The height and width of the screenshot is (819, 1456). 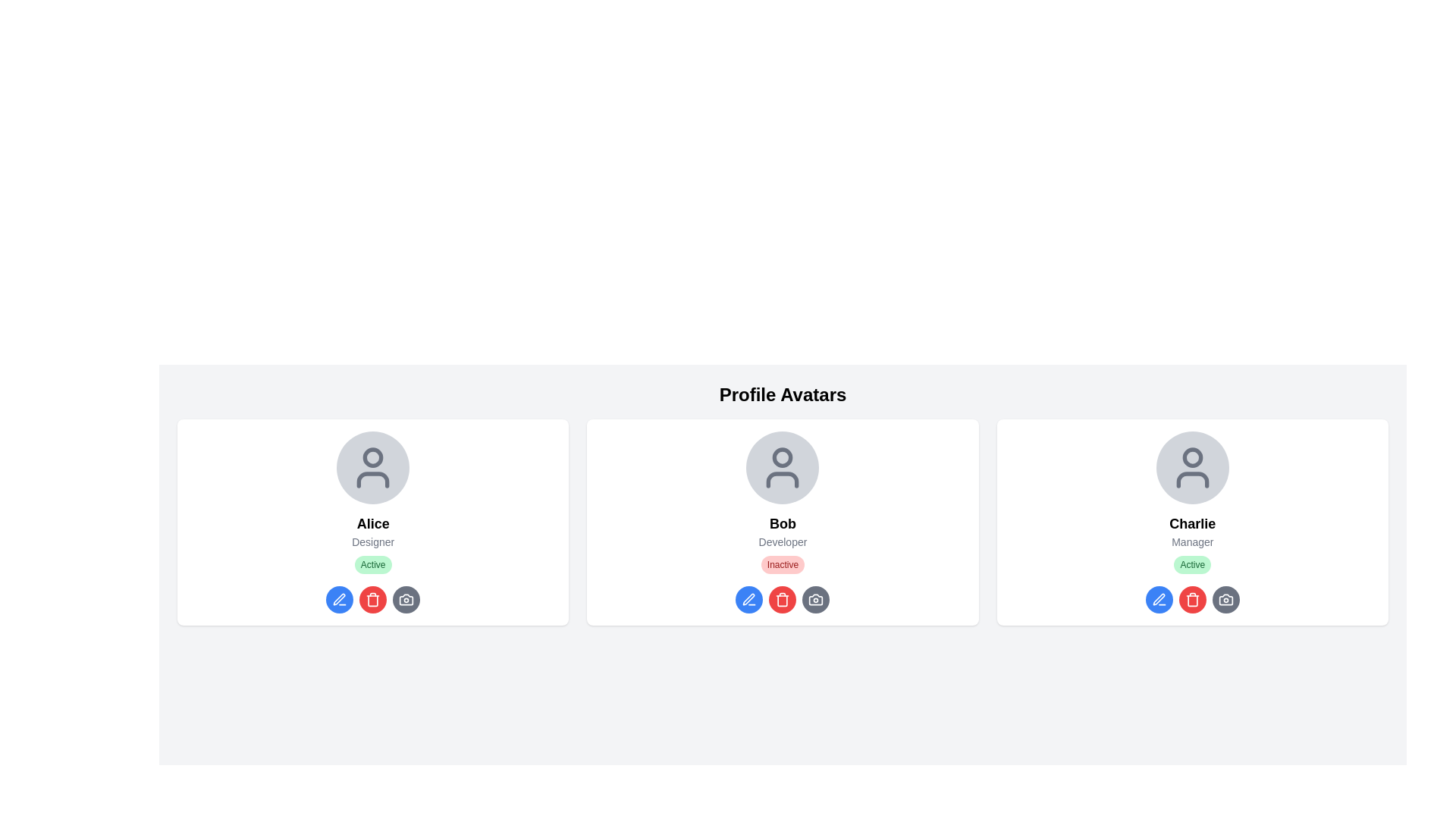 I want to click on the User Profile Placeholder for the card associated with 'Charlie' located in the top section of the third card in a row of similar cards, so click(x=1191, y=467).